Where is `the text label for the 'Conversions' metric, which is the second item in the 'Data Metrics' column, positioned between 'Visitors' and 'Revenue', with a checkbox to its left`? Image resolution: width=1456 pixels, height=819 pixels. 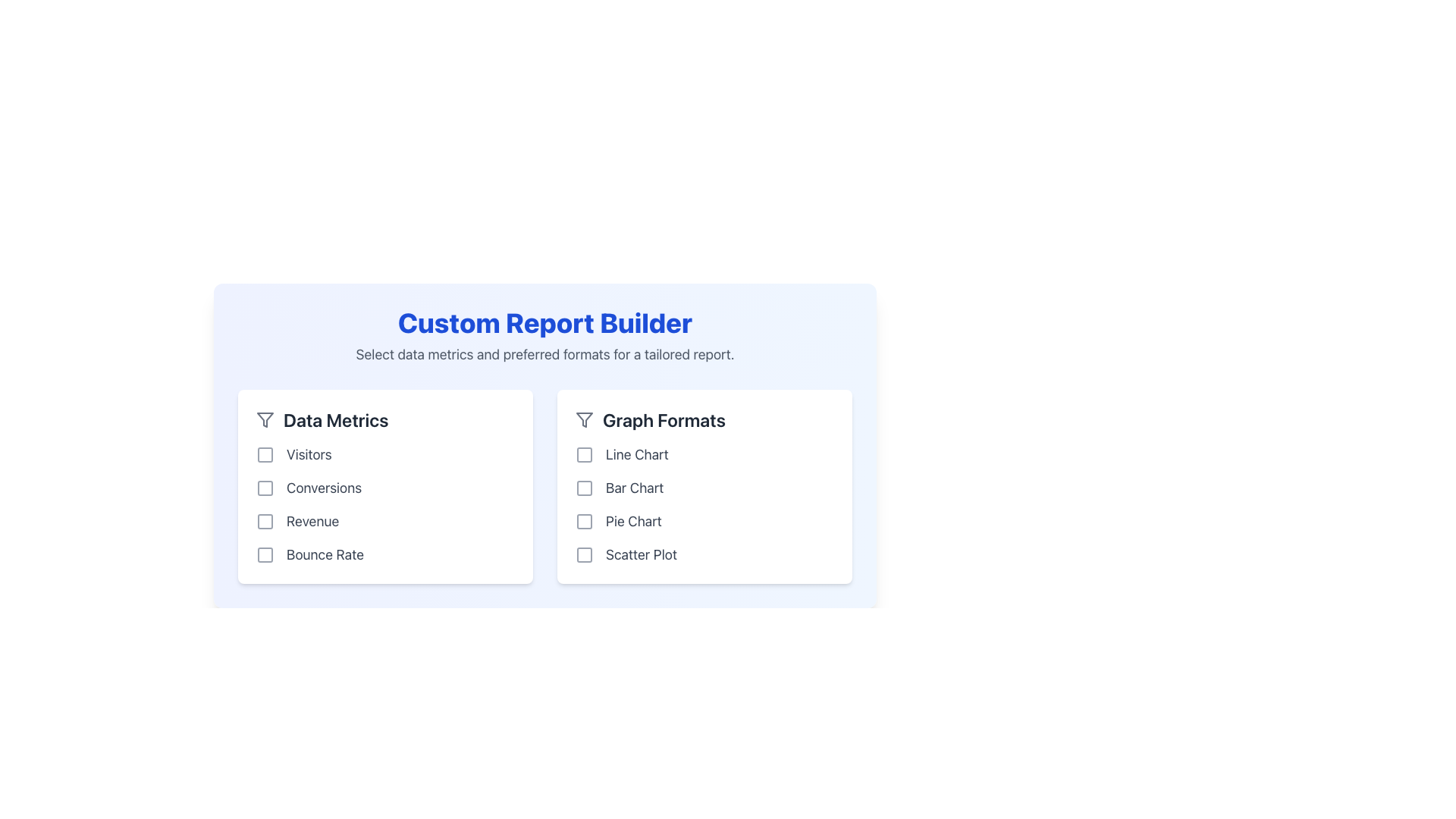 the text label for the 'Conversions' metric, which is the second item in the 'Data Metrics' column, positioned between 'Visitors' and 'Revenue', with a checkbox to its left is located at coordinates (323, 488).